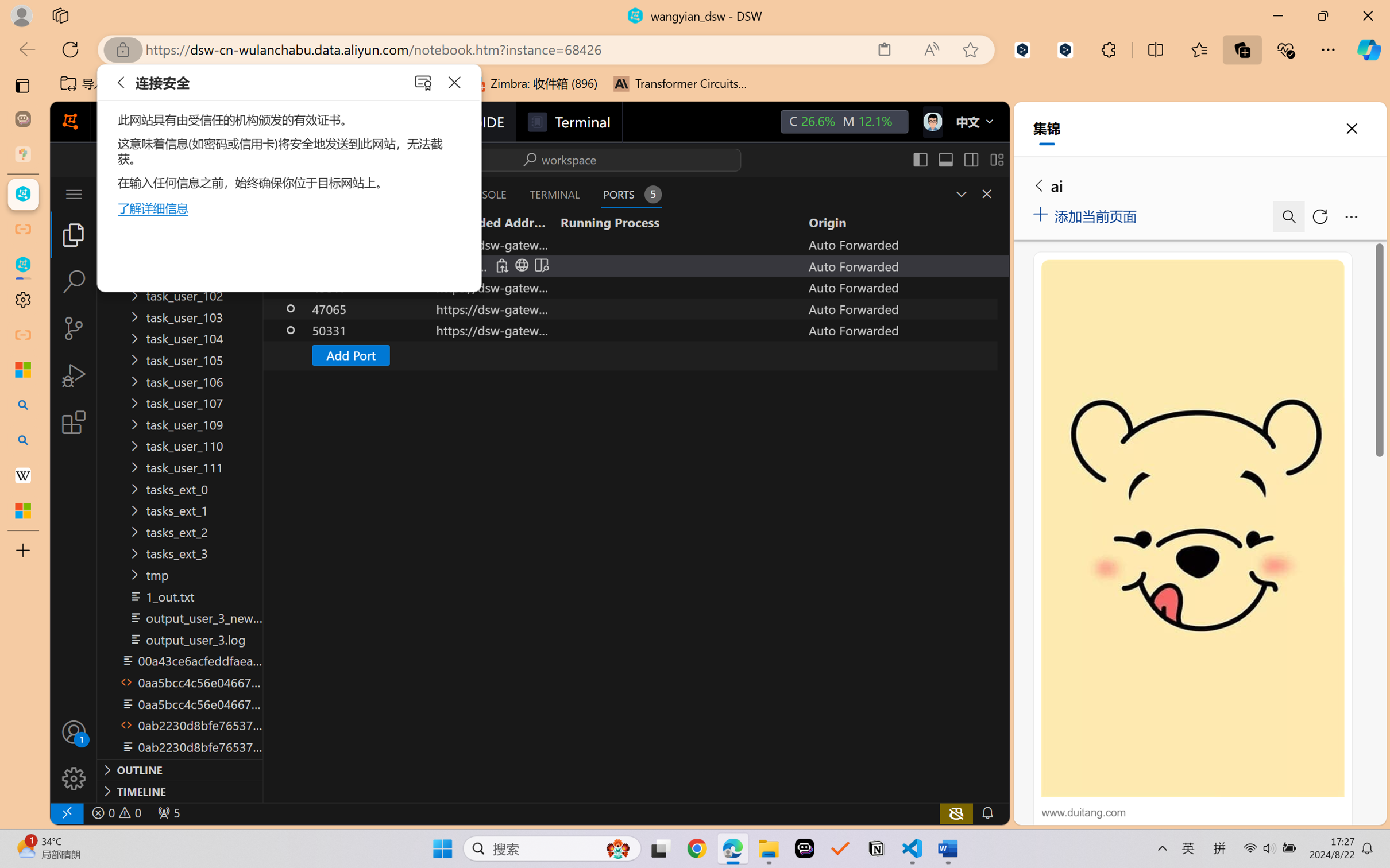 This screenshot has width=1390, height=868. Describe the element at coordinates (73, 375) in the screenshot. I see `'Run and Debug (Ctrl+Shift+D)'` at that location.